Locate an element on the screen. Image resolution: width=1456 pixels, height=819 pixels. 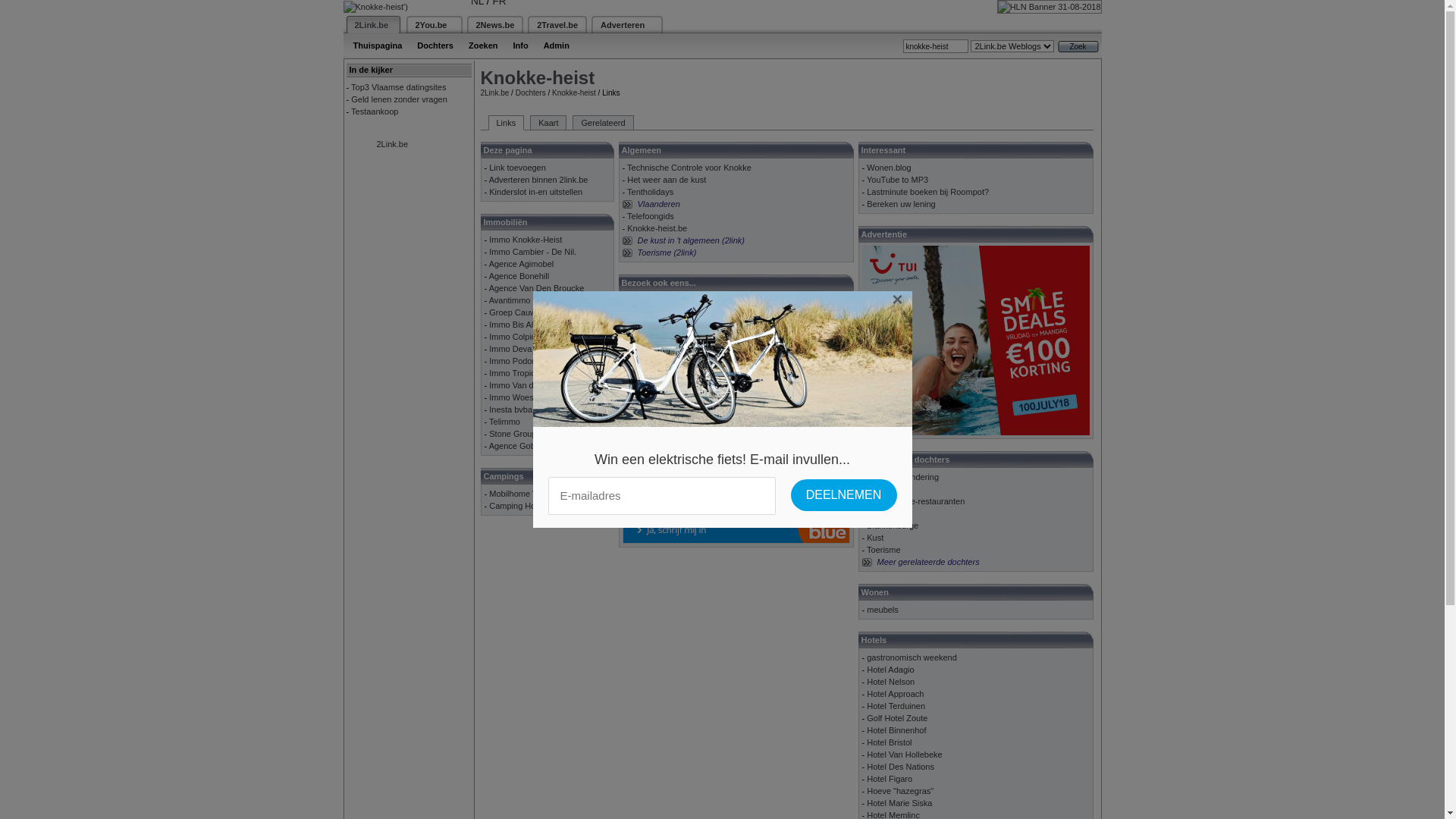
'Golf Hotel Zoute' is located at coordinates (896, 717).